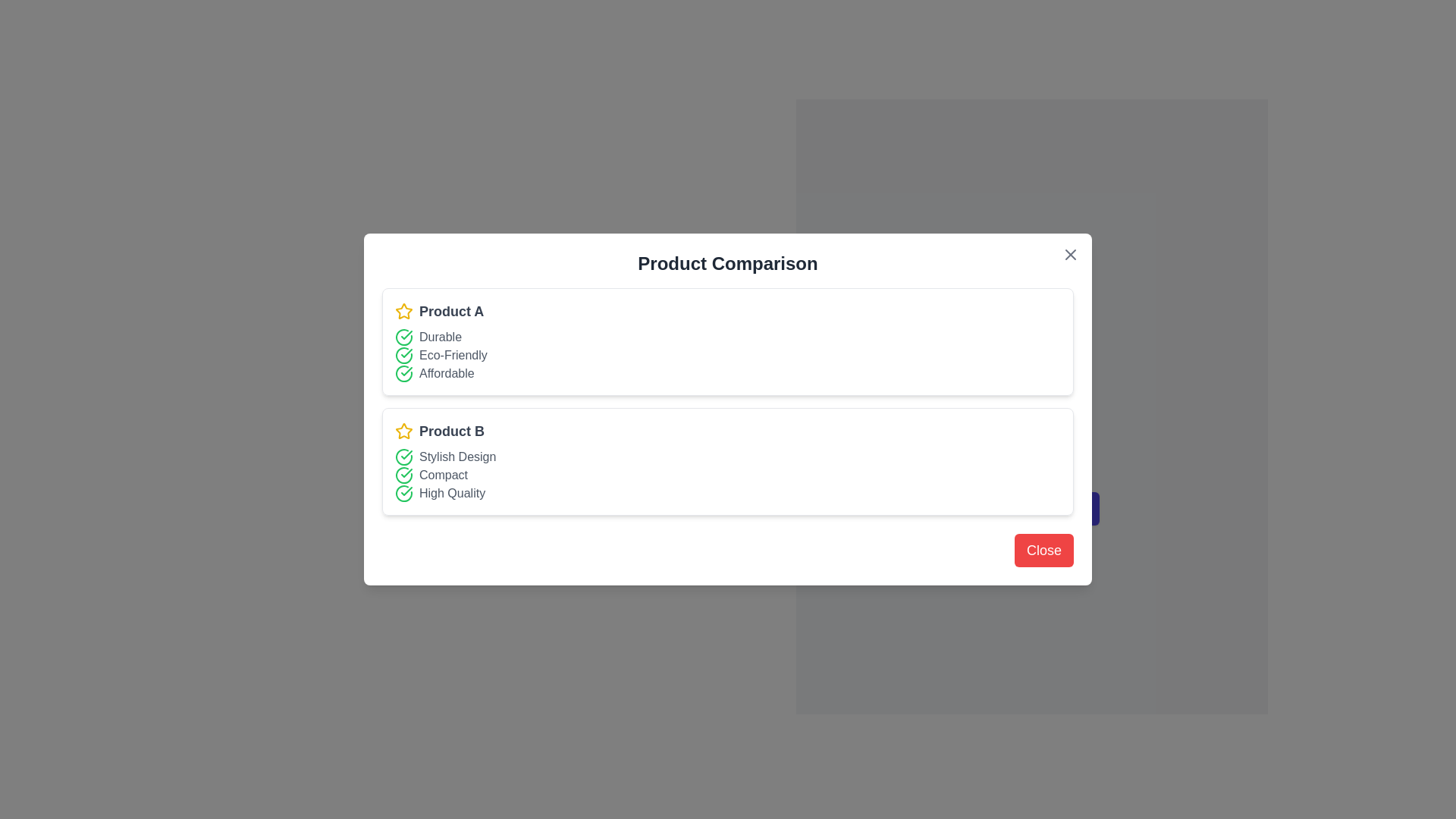  I want to click on text of the Header element that indicates the content and purpose of the dialog box for comparing products, located at the top center of the interface, so click(728, 262).